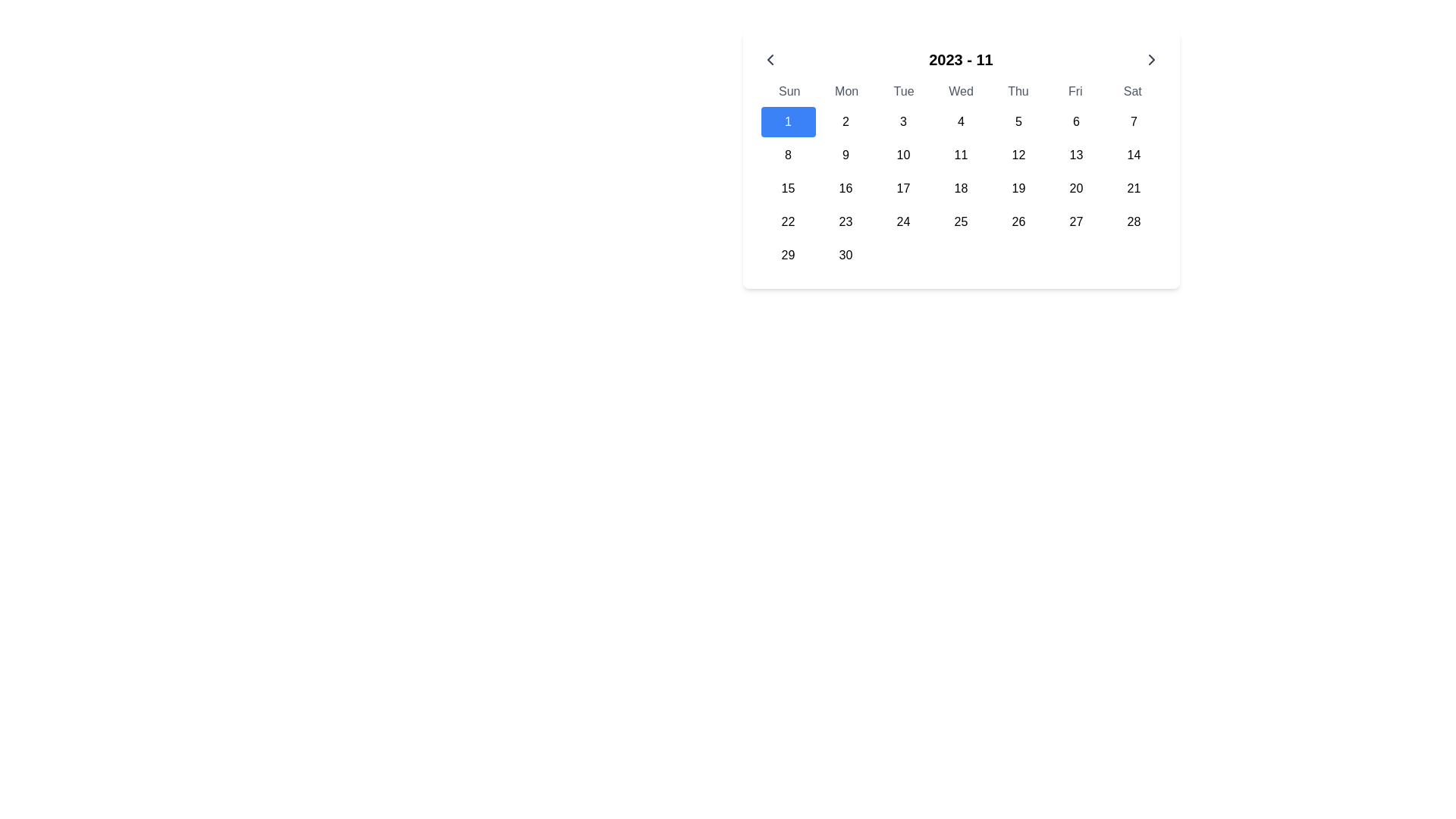 Image resolution: width=1456 pixels, height=819 pixels. Describe the element at coordinates (960, 188) in the screenshot. I see `the calendar grid layout element that represents the days of the current month, positioned centrally below the month and year title ('2023 - 11')` at that location.